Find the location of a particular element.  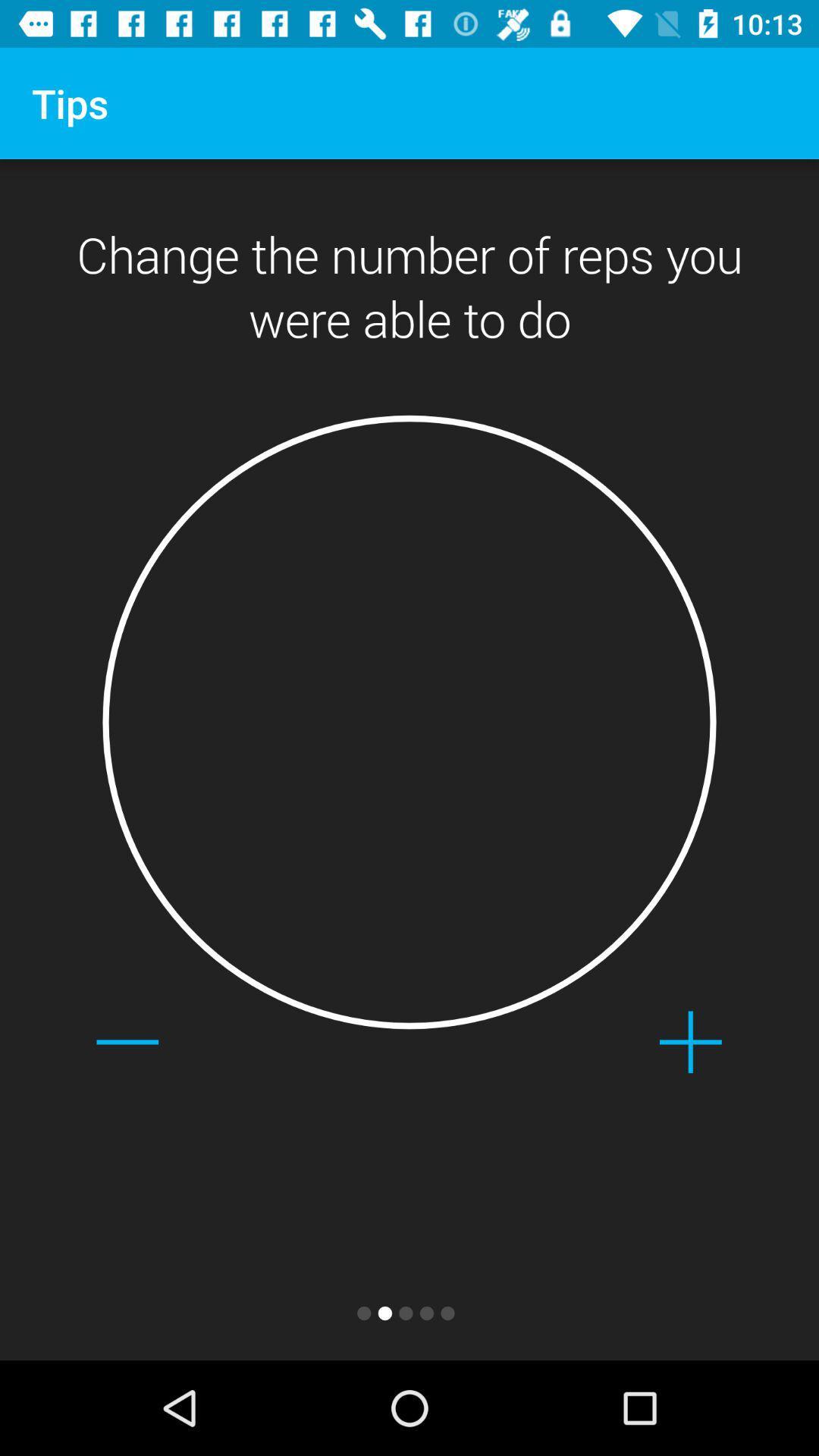

the item at the center is located at coordinates (409, 721).